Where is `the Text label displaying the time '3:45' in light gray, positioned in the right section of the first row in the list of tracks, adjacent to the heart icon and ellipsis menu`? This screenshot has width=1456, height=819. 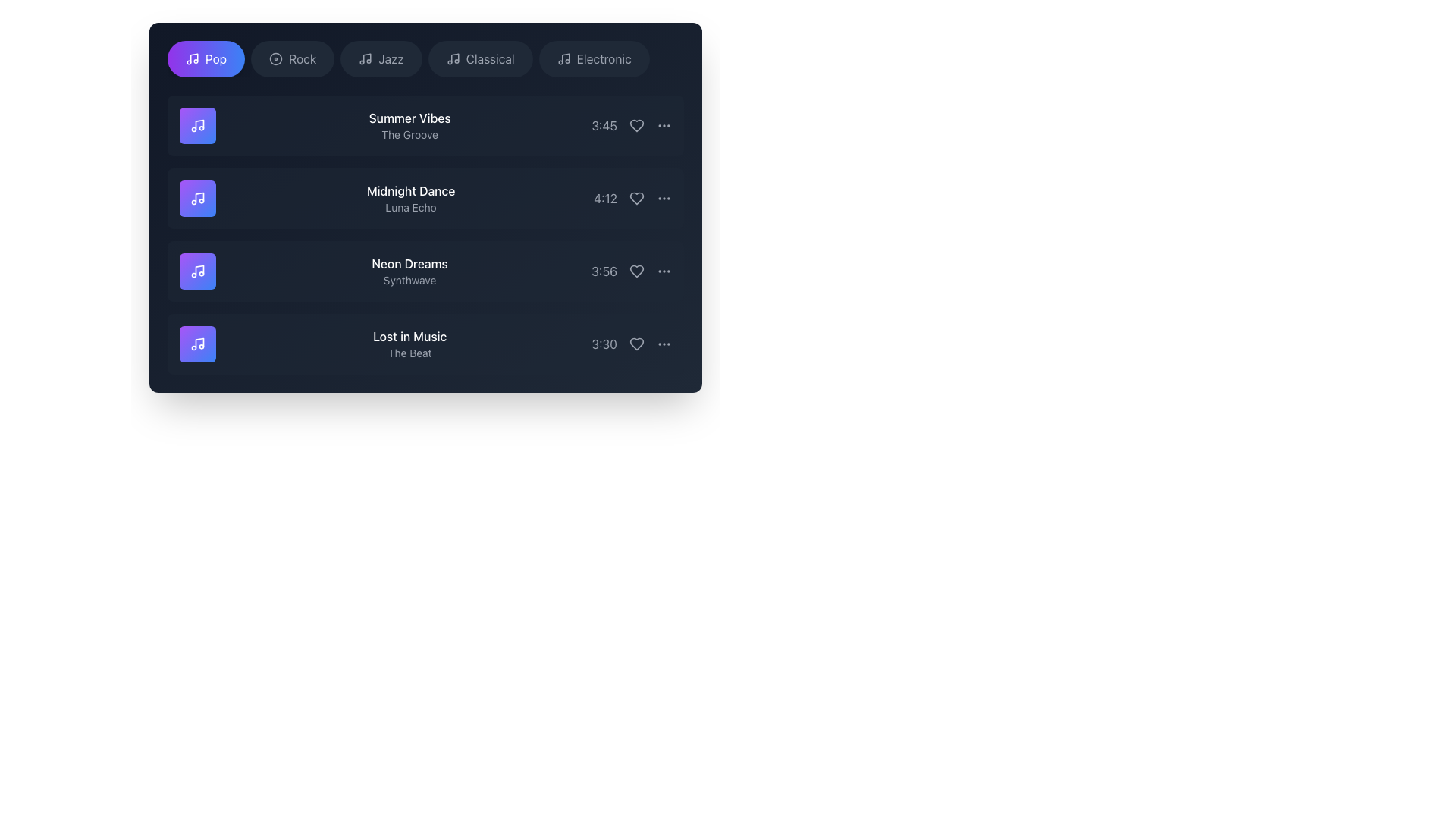 the Text label displaying the time '3:45' in light gray, positioned in the right section of the first row in the list of tracks, adjacent to the heart icon and ellipsis menu is located at coordinates (604, 124).